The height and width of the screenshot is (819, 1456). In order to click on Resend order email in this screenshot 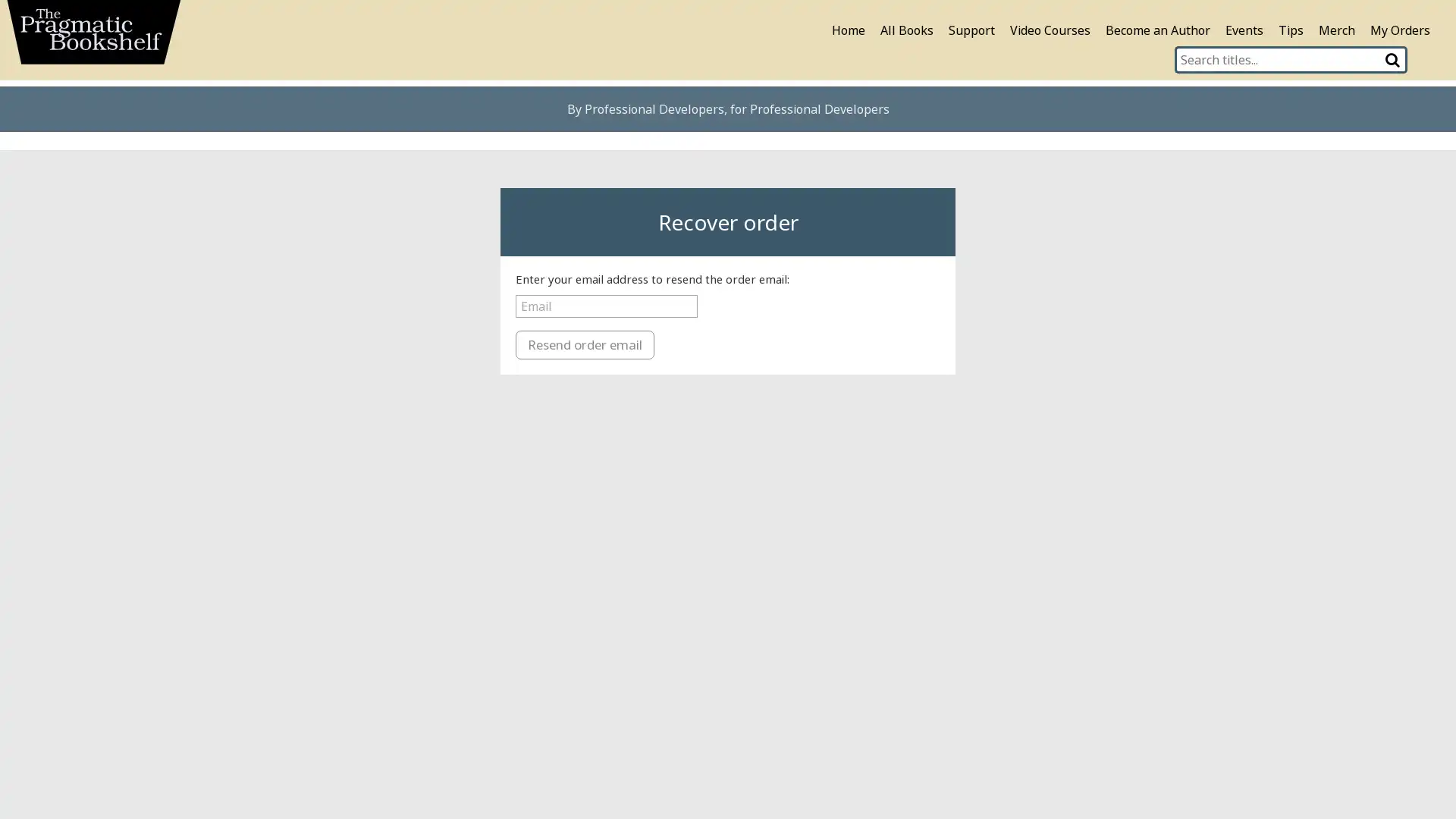, I will do `click(584, 345)`.